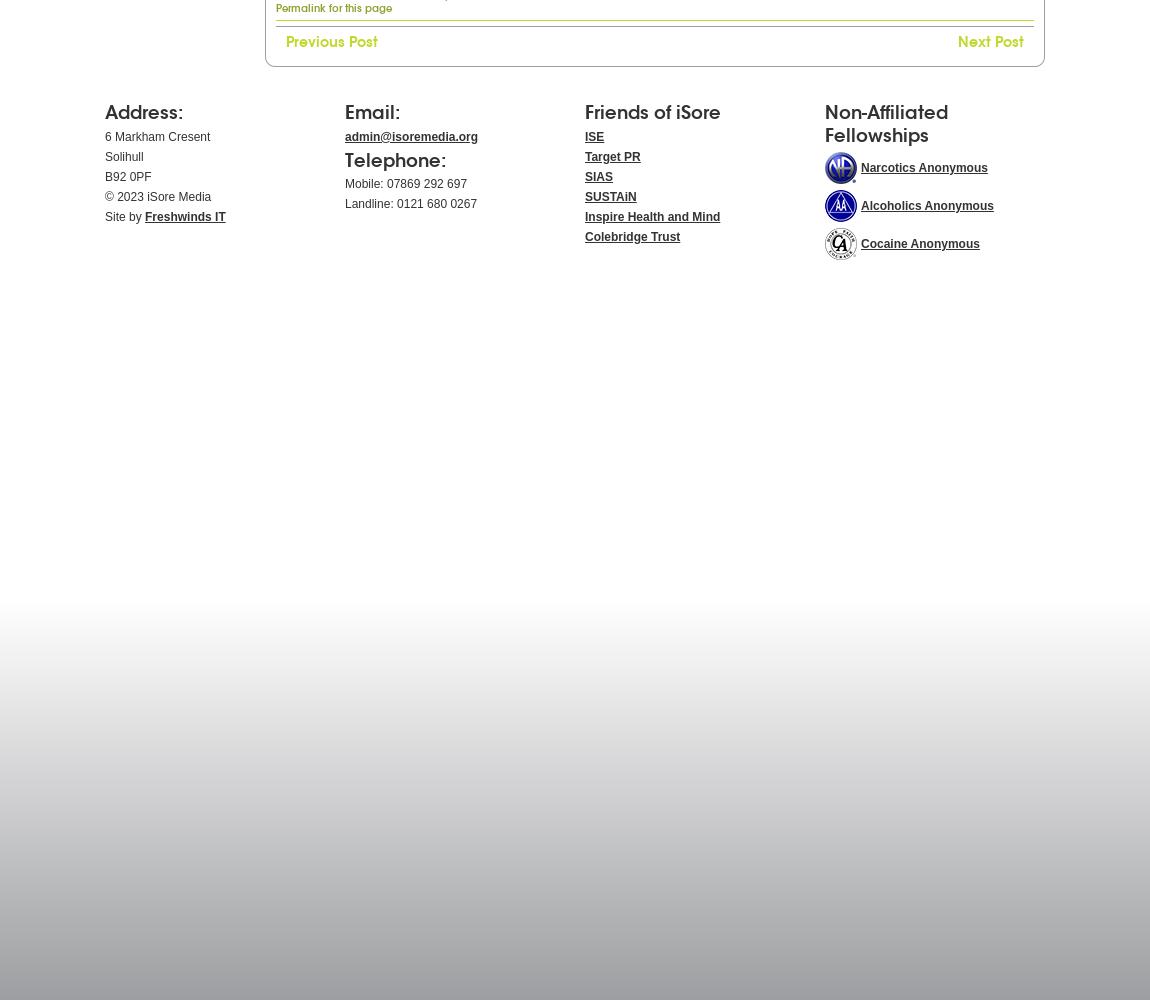 The width and height of the screenshot is (1150, 1000). Describe the element at coordinates (405, 184) in the screenshot. I see `'Mobile: 07869 292 697'` at that location.